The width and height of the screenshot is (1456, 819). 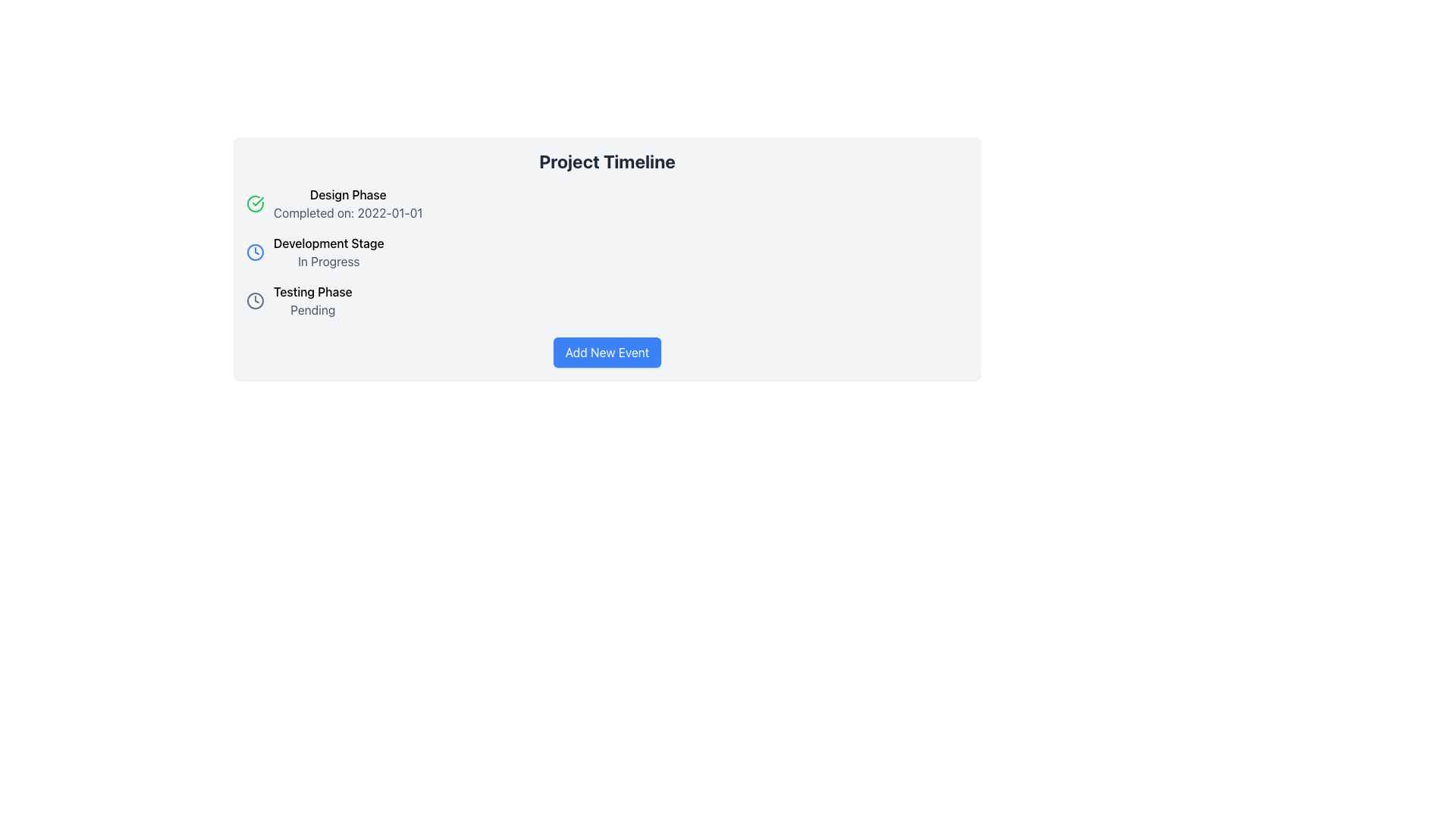 I want to click on the circular graphical object representing a clock within the SVG icon that indicates the 'Testing Phase' in the timeline component, so click(x=255, y=251).